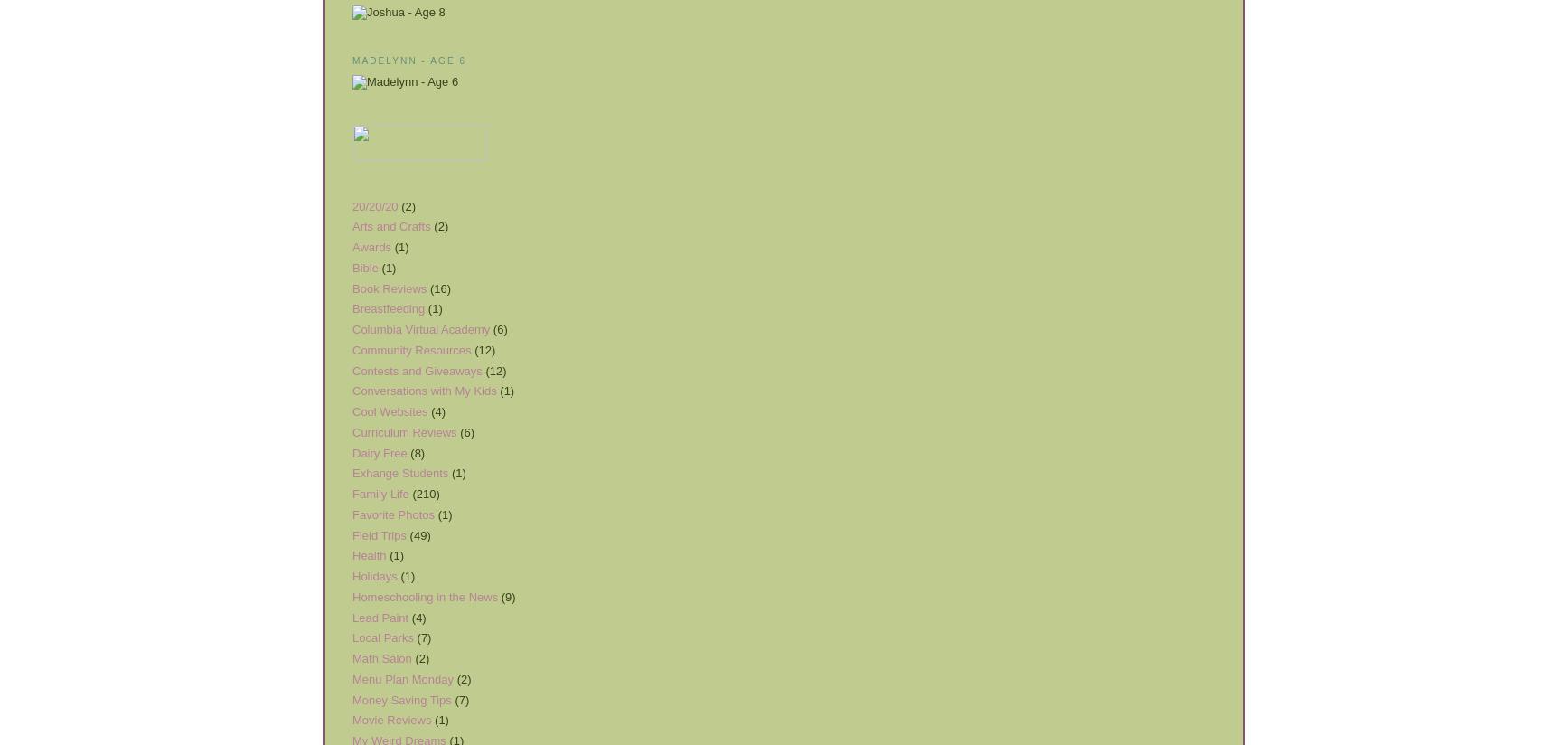 The width and height of the screenshot is (1568, 745). I want to click on 'Madelynn - Age 6', so click(409, 60).